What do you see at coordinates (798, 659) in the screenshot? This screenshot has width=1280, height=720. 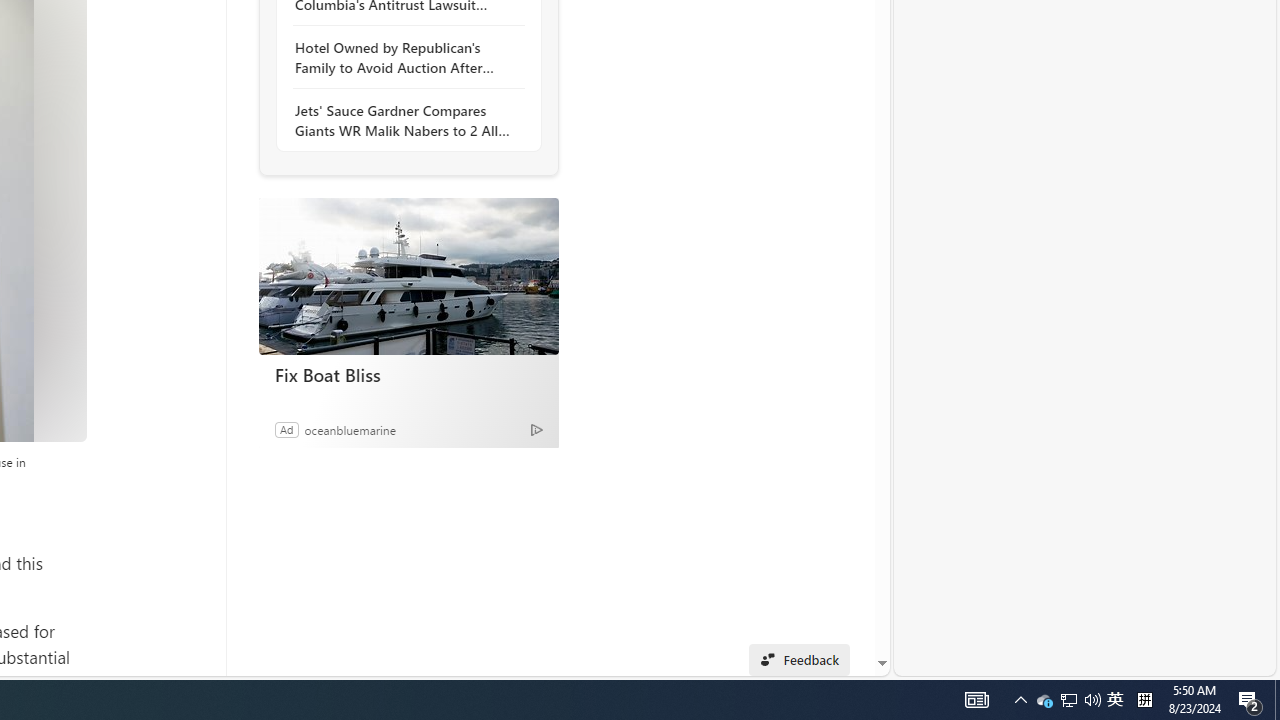 I see `'Feedback'` at bounding box center [798, 659].